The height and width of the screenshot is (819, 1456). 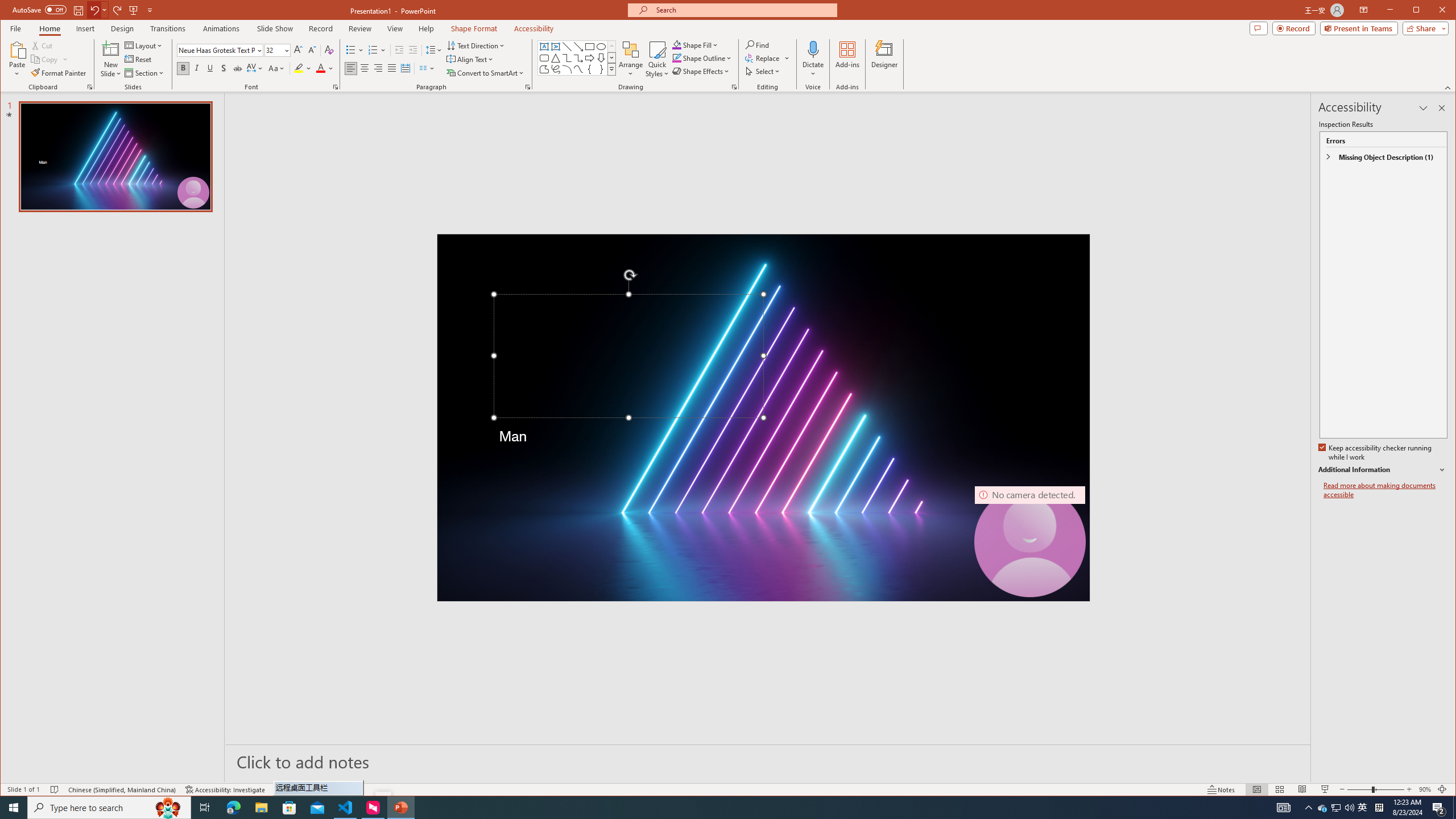 What do you see at coordinates (412, 49) in the screenshot?
I see `'Increase Indent'` at bounding box center [412, 49].